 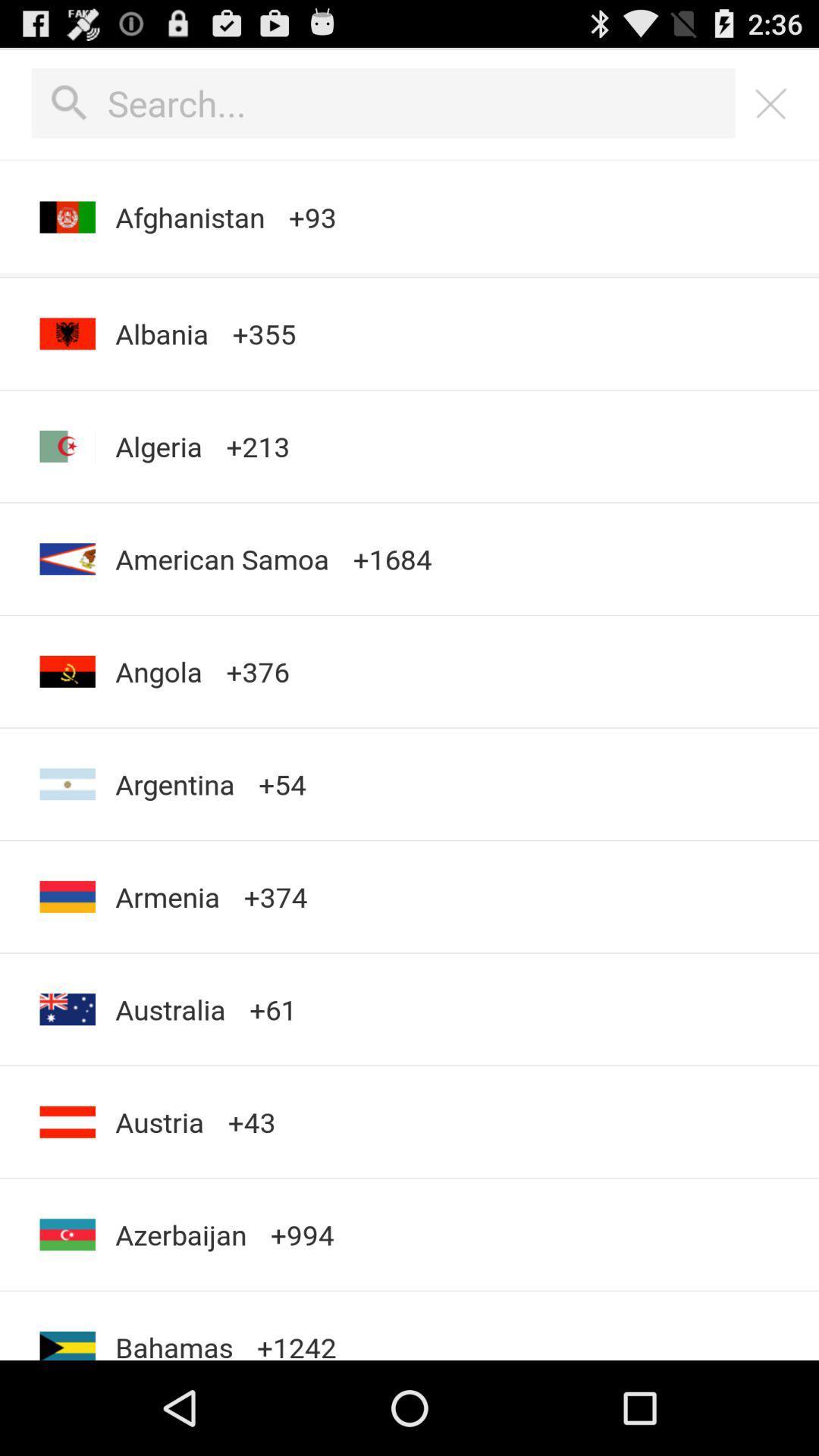 What do you see at coordinates (263, 333) in the screenshot?
I see `+355 item` at bounding box center [263, 333].